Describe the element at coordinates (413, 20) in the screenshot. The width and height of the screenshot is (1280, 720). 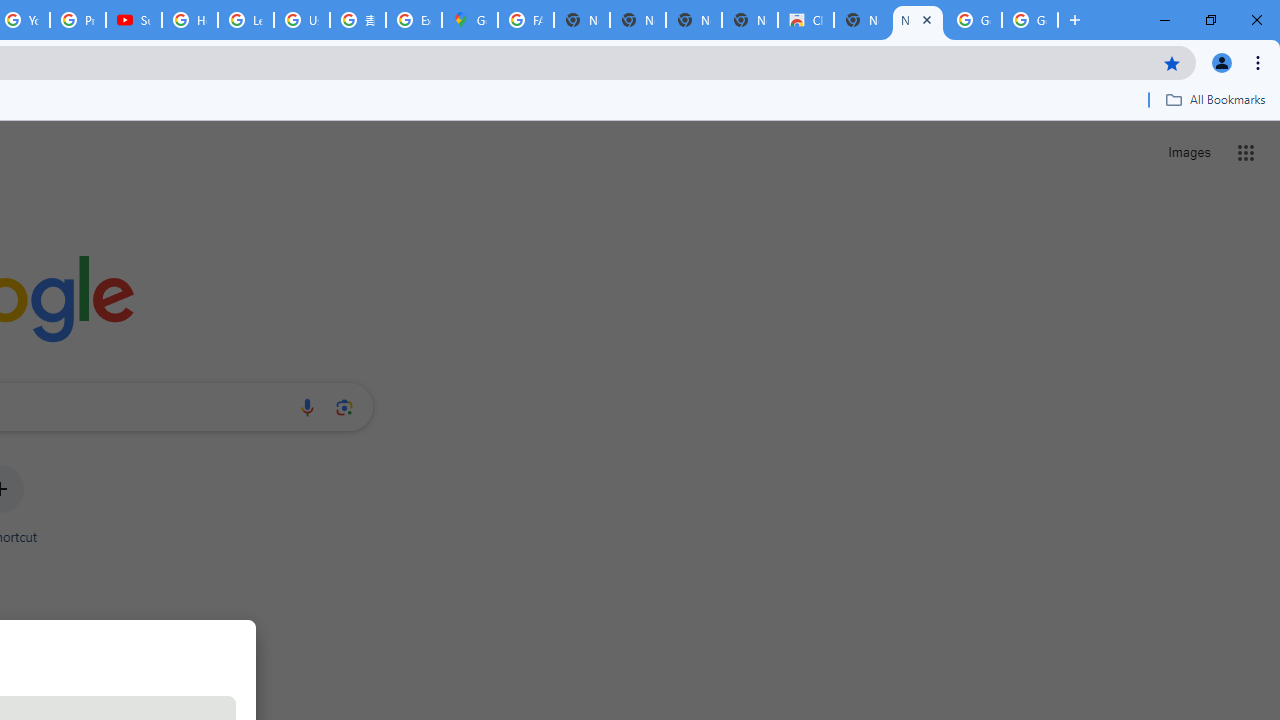
I see `'Explore new street-level details - Google Maps Help'` at that location.